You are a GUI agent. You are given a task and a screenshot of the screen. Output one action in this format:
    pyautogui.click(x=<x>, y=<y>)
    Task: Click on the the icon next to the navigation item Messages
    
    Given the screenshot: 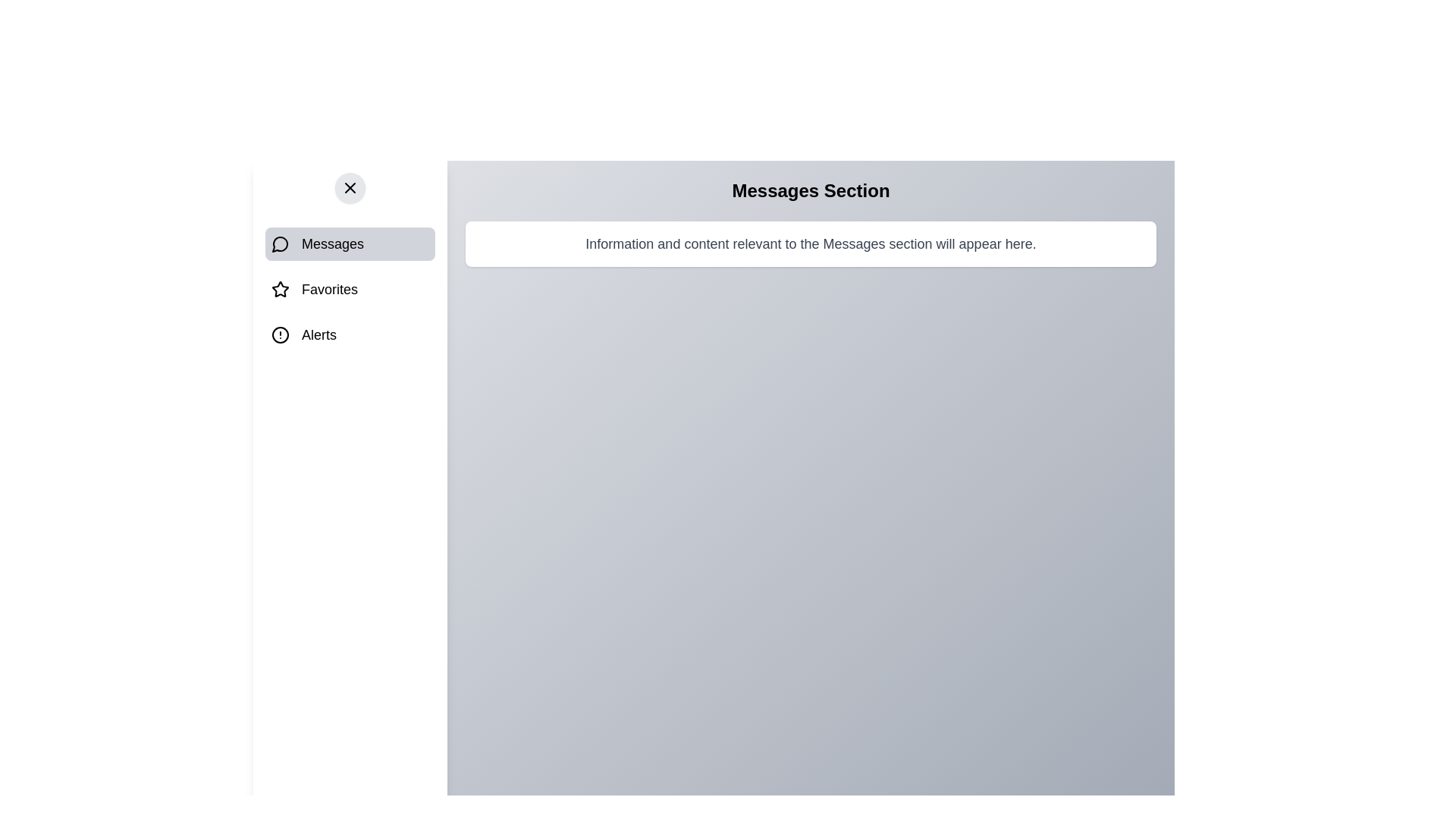 What is the action you would take?
    pyautogui.click(x=280, y=243)
    